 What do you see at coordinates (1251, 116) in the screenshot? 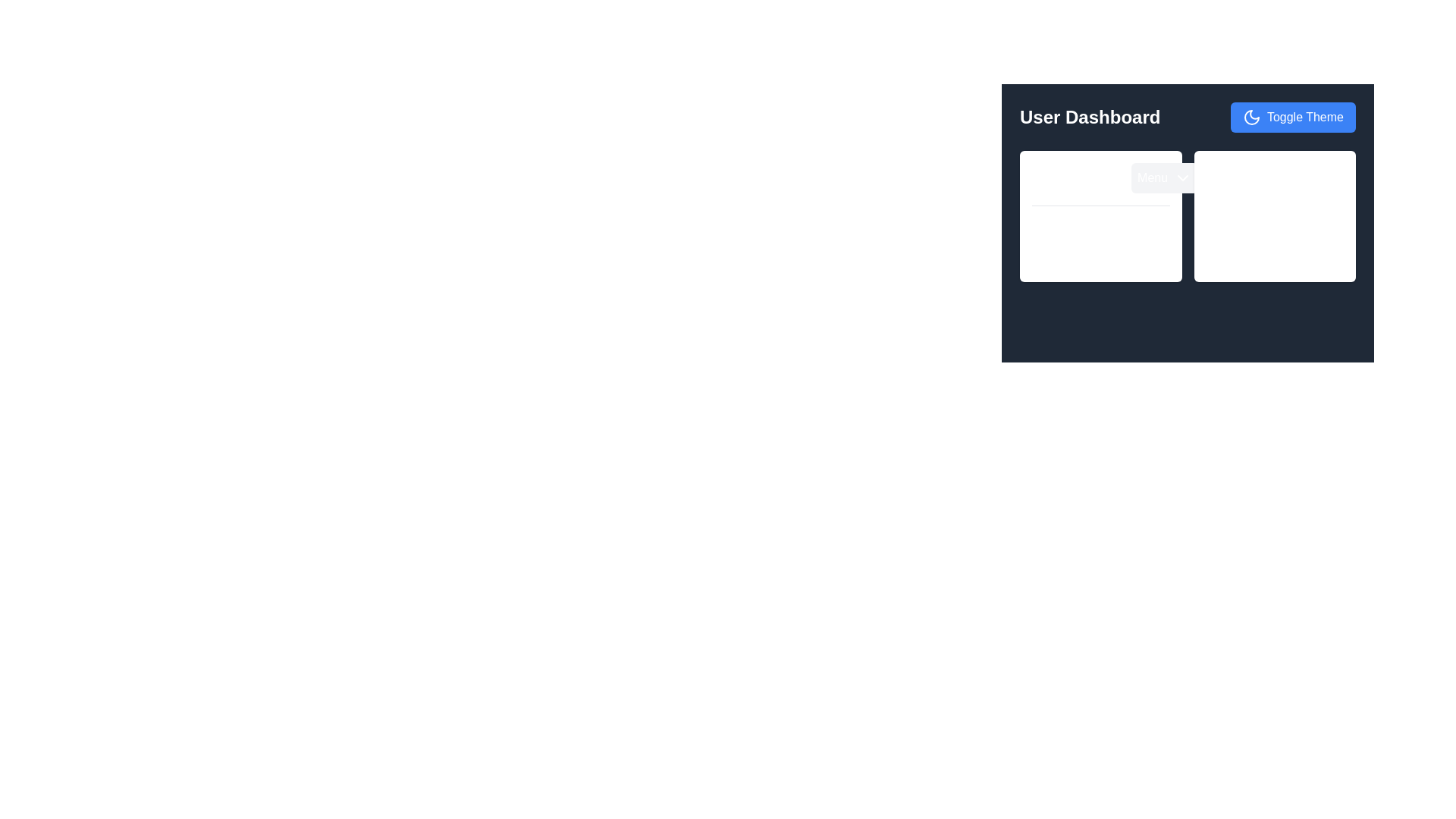
I see `the moon icon located within the 'Toggle Theme' button in the top-right region of the UI layout` at bounding box center [1251, 116].